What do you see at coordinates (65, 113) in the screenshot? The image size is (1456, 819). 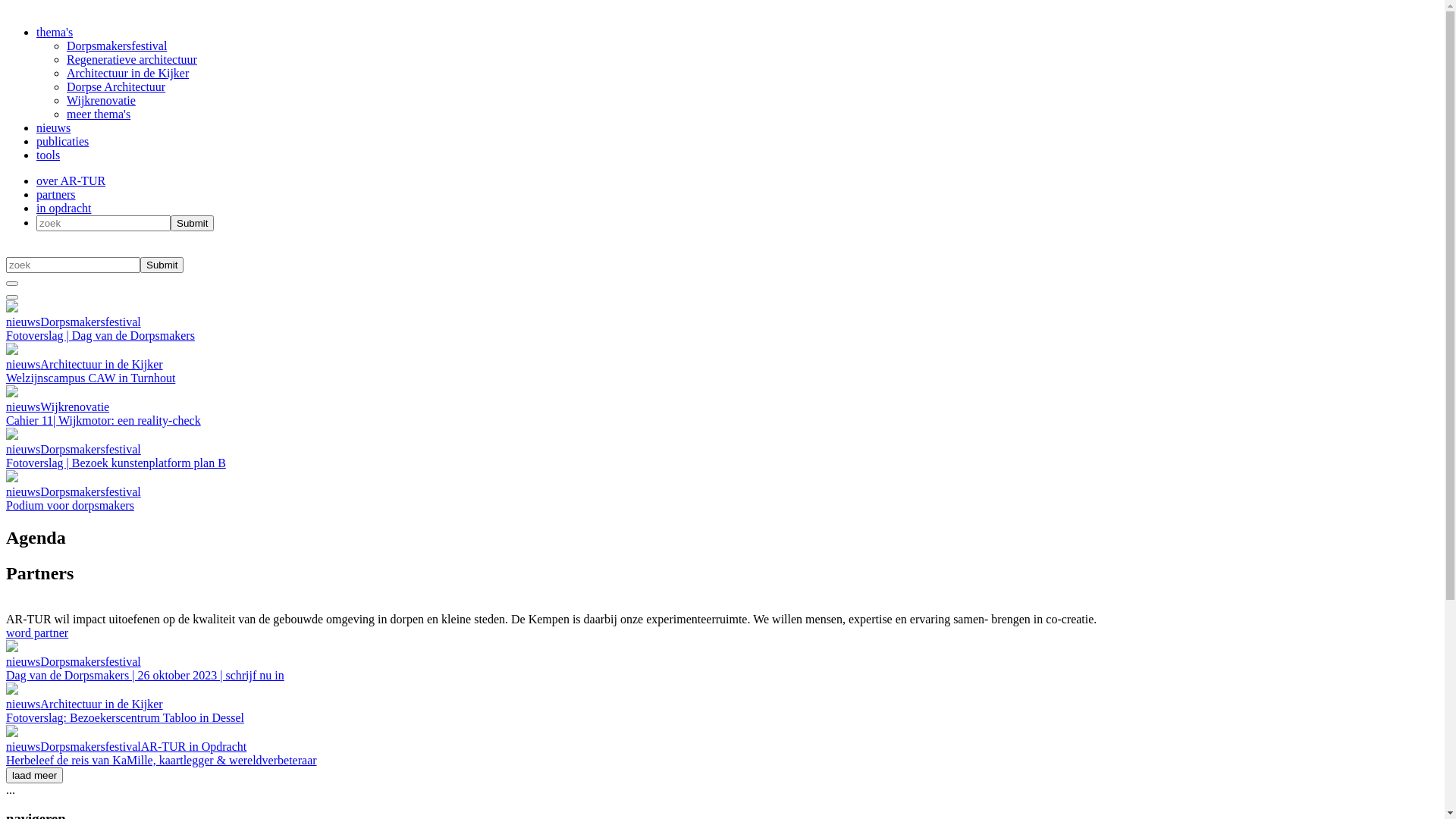 I see `'meer thema's'` at bounding box center [65, 113].